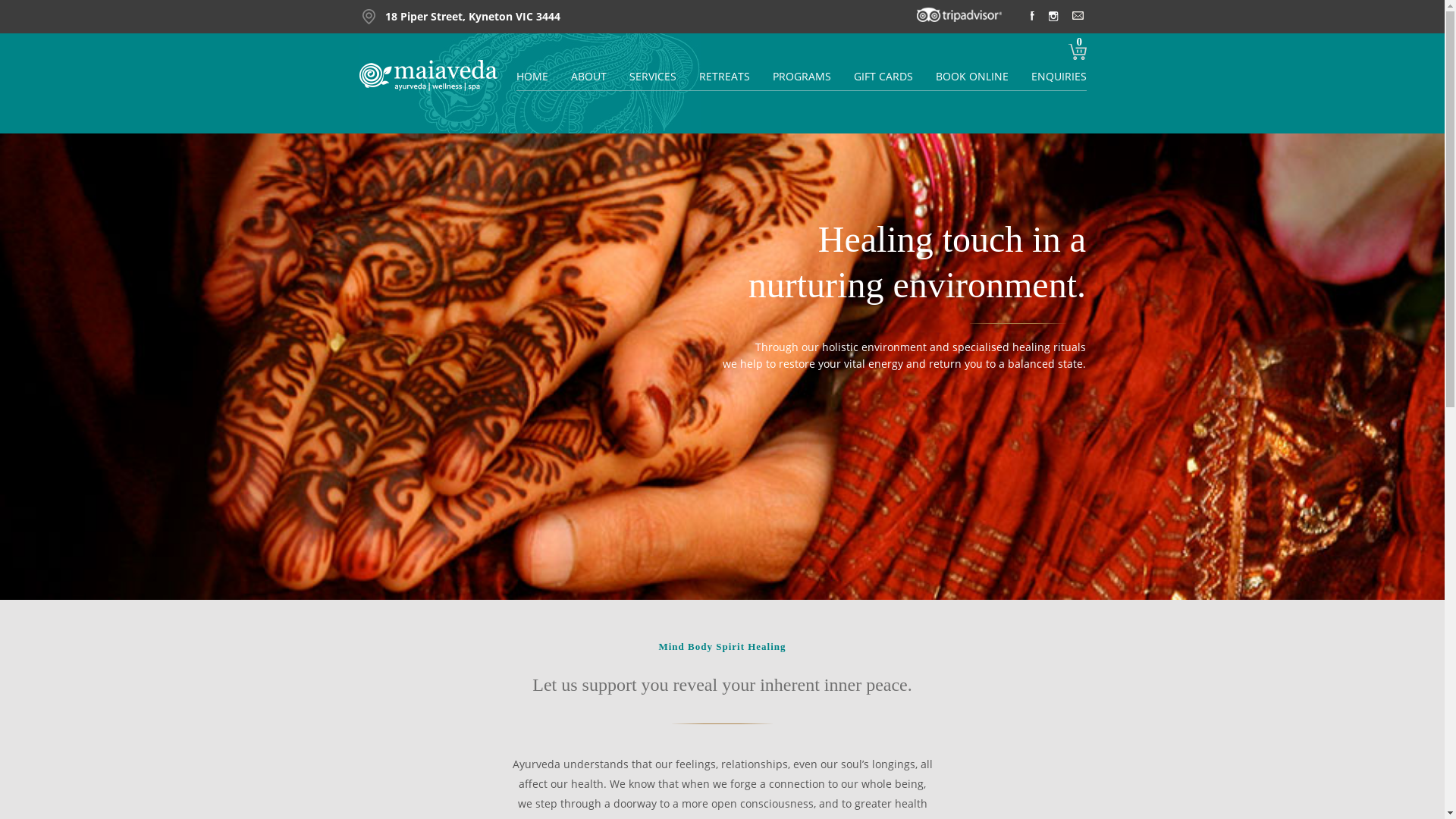  Describe the element at coordinates (1052, 16) in the screenshot. I see `' '` at that location.